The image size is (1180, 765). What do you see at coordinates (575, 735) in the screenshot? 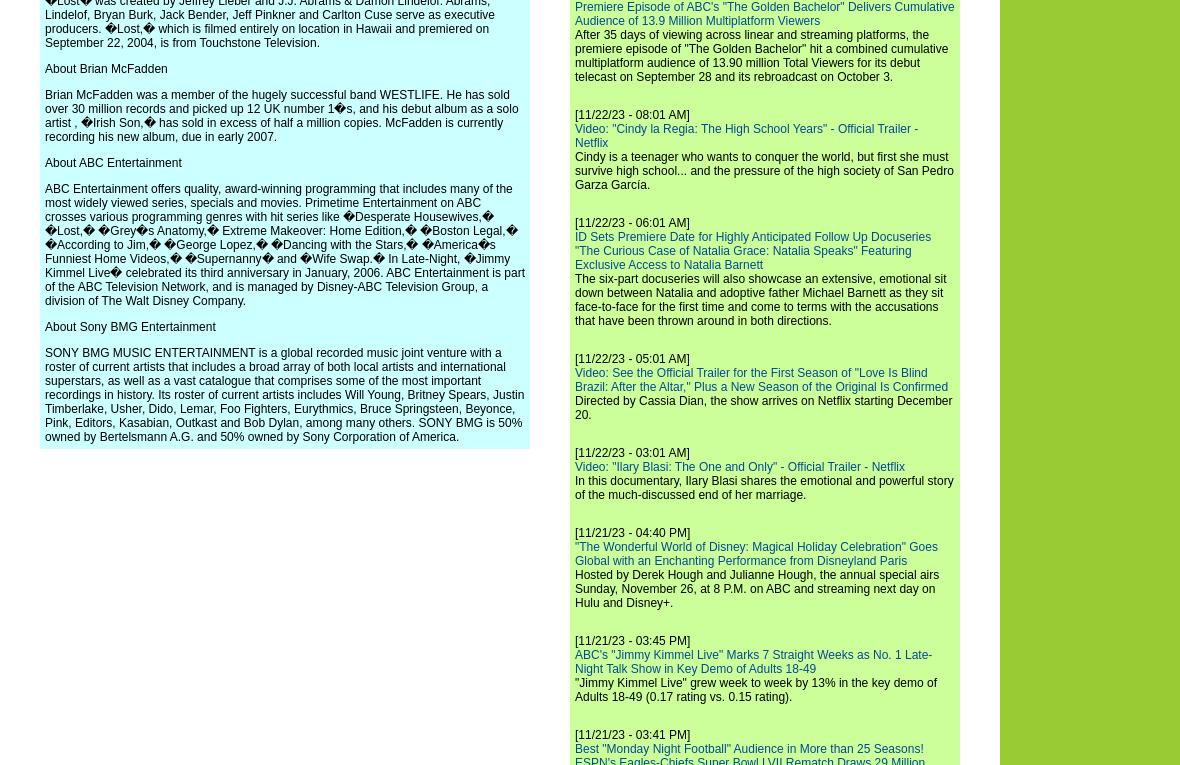
I see `'[11/21/23 - 03:41 PM]'` at bounding box center [575, 735].